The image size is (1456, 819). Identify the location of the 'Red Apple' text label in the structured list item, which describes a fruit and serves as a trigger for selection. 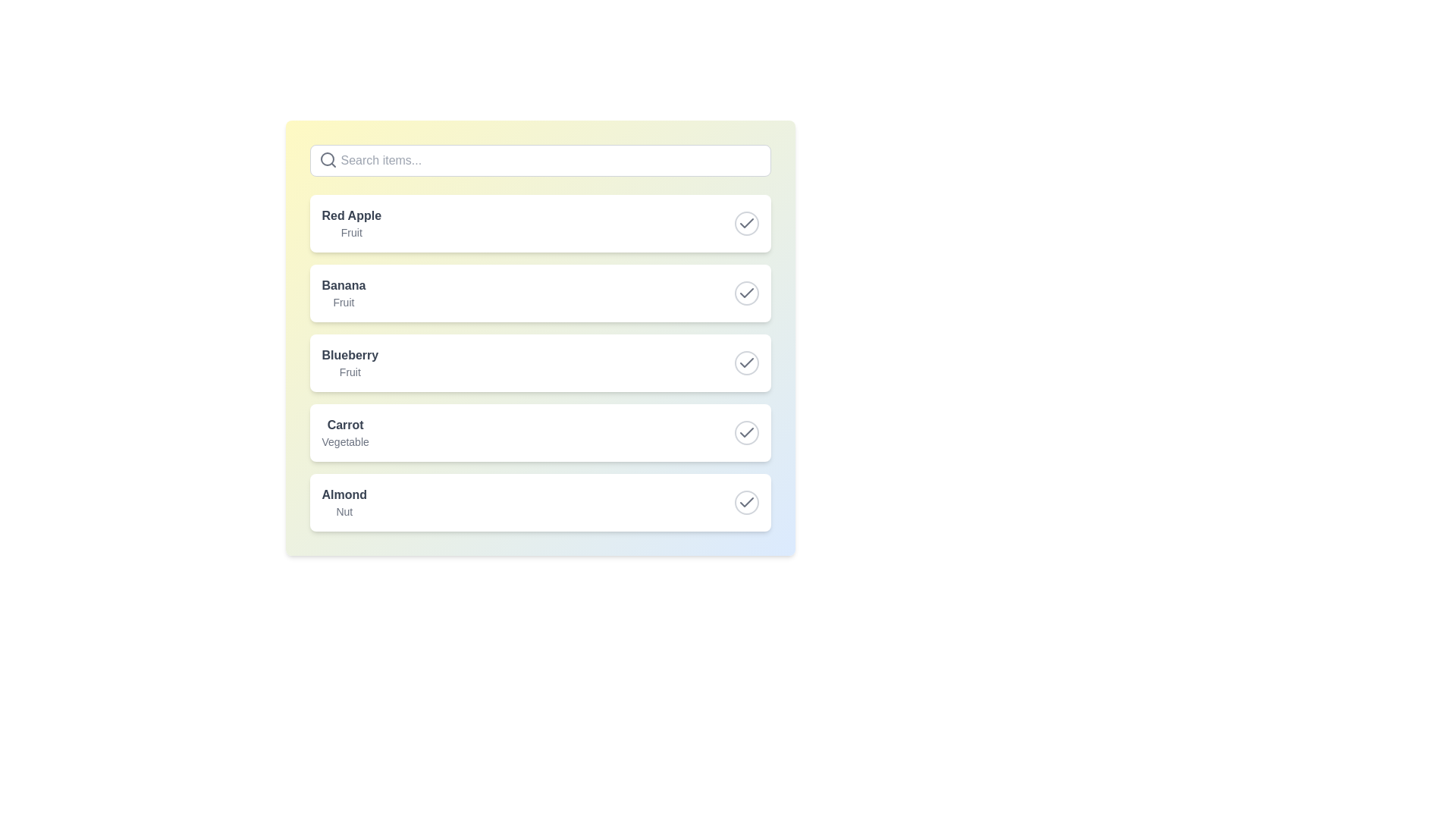
(350, 223).